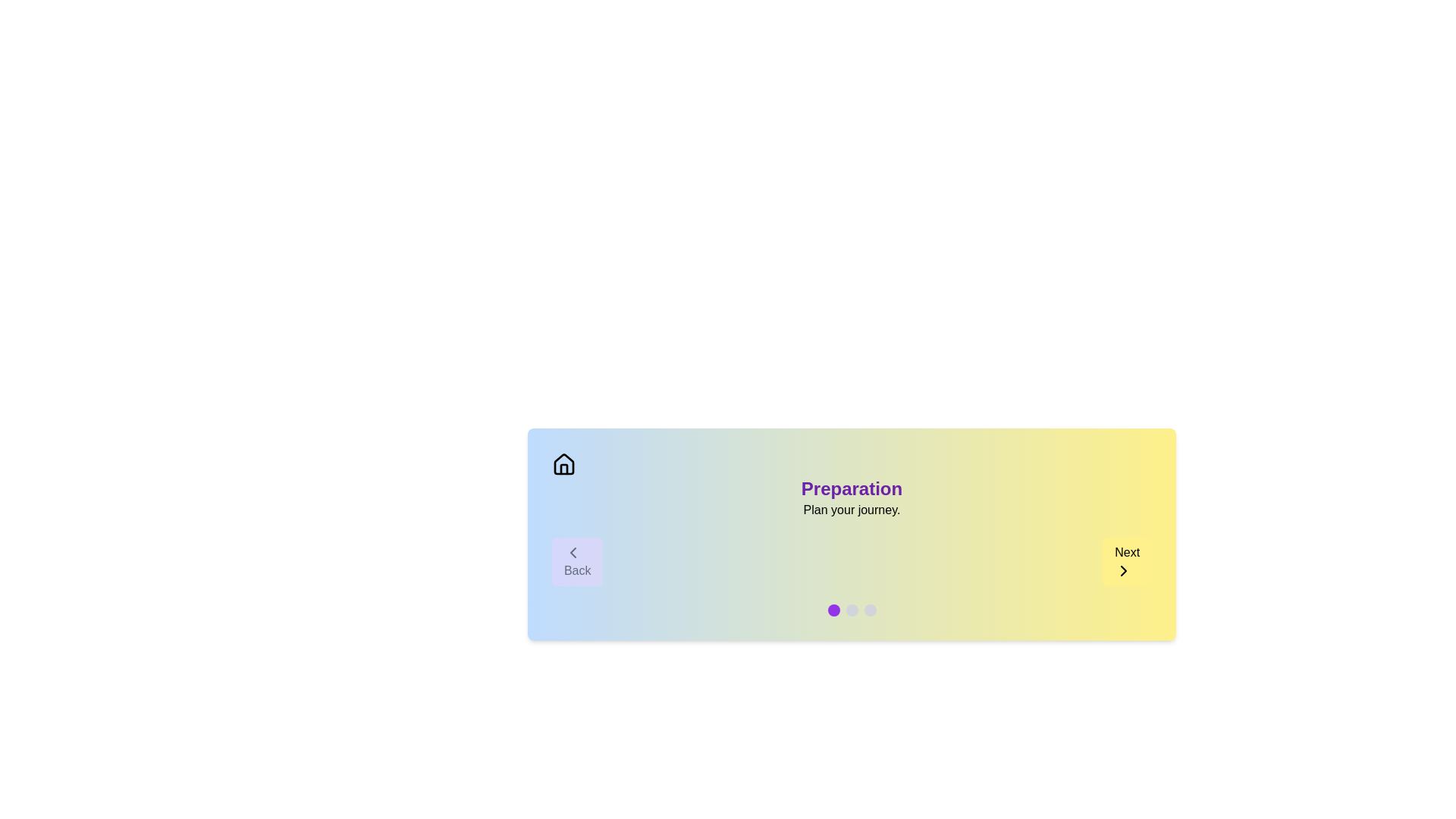  Describe the element at coordinates (1127, 561) in the screenshot. I see `the 'Next' button to navigate to the next step` at that location.